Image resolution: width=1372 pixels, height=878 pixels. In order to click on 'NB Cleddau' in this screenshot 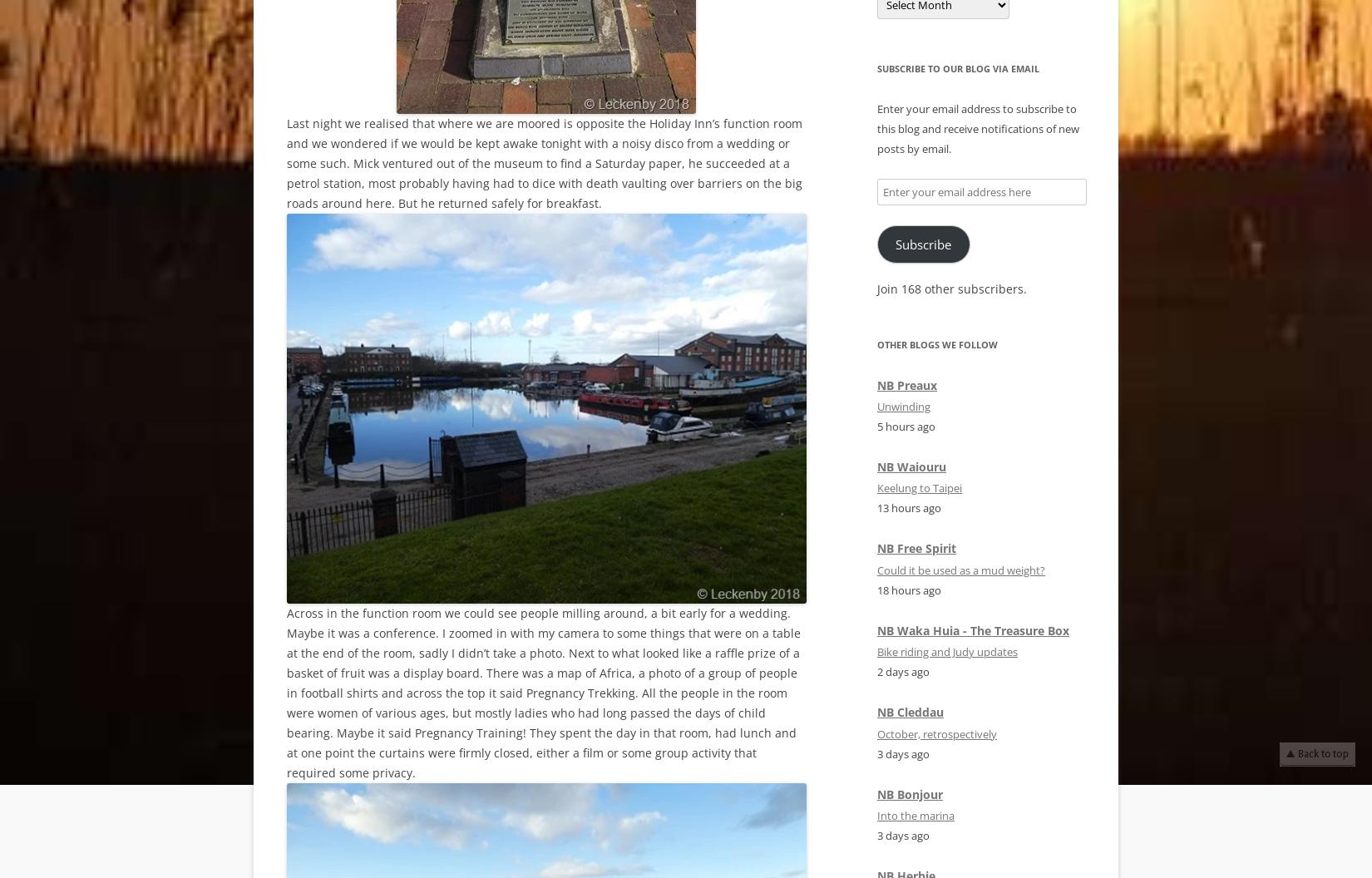, I will do `click(910, 712)`.